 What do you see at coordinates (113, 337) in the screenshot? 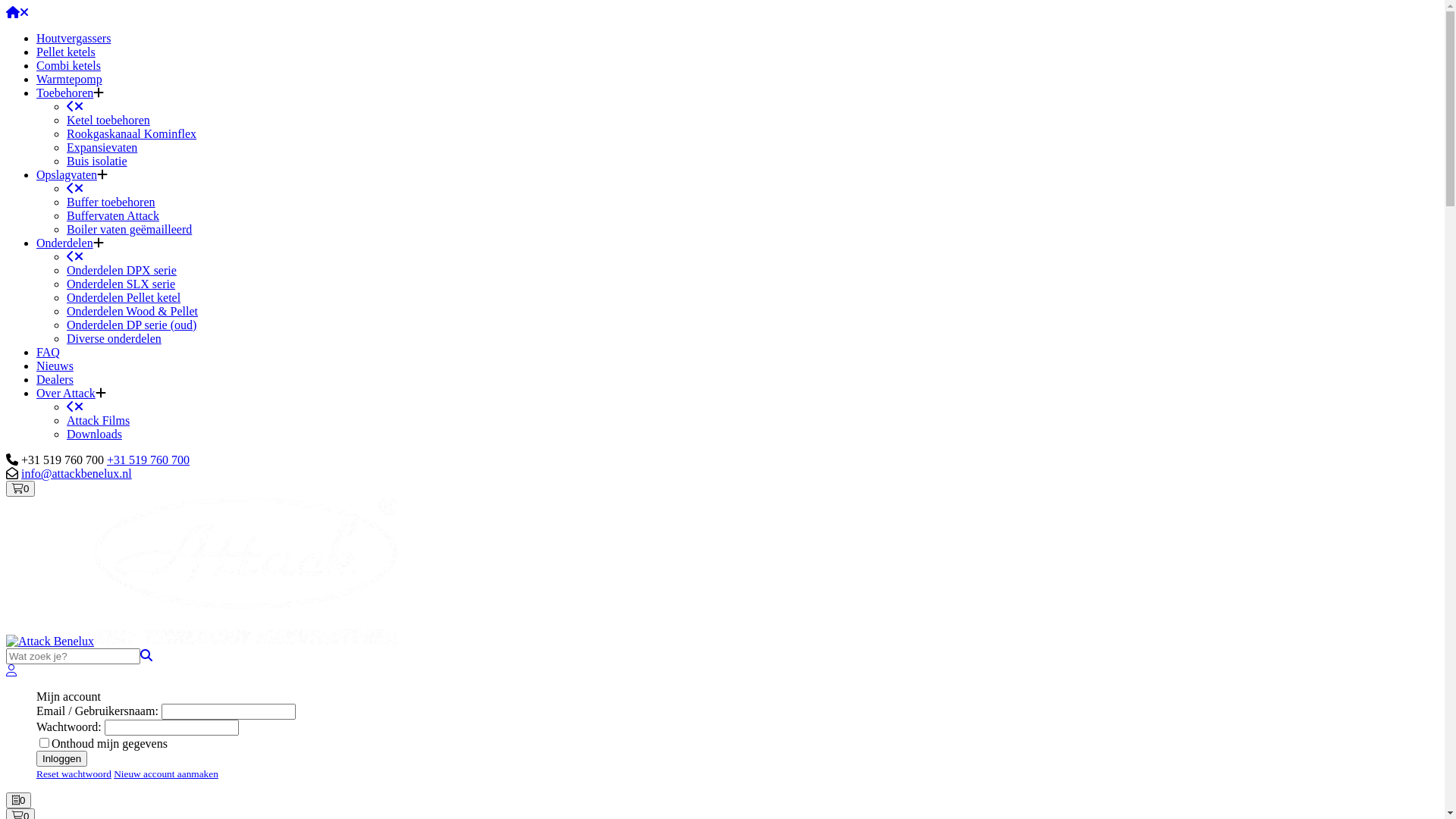
I see `'Diverse onderdelen'` at bounding box center [113, 337].